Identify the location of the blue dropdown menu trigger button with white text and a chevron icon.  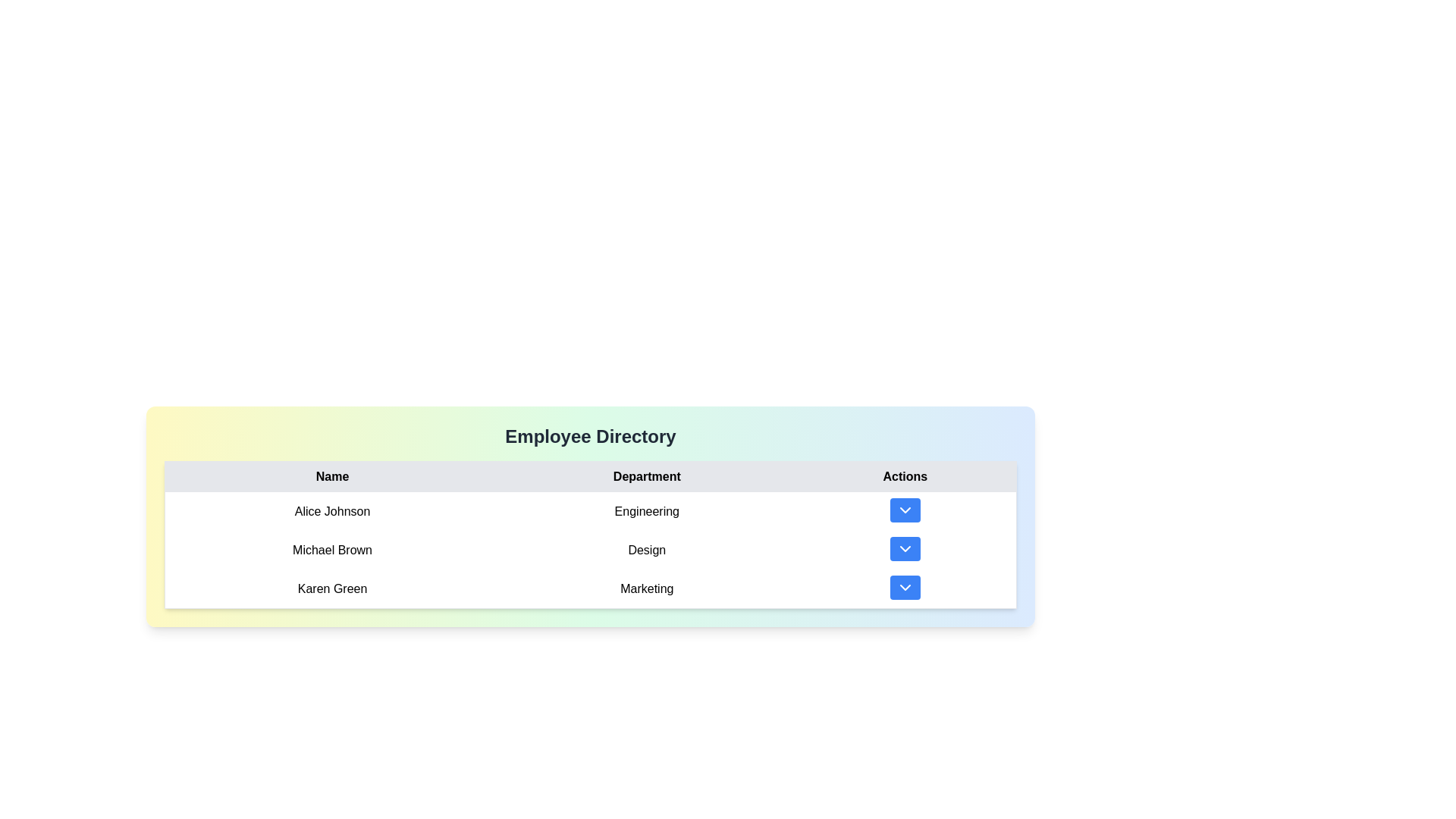
(905, 549).